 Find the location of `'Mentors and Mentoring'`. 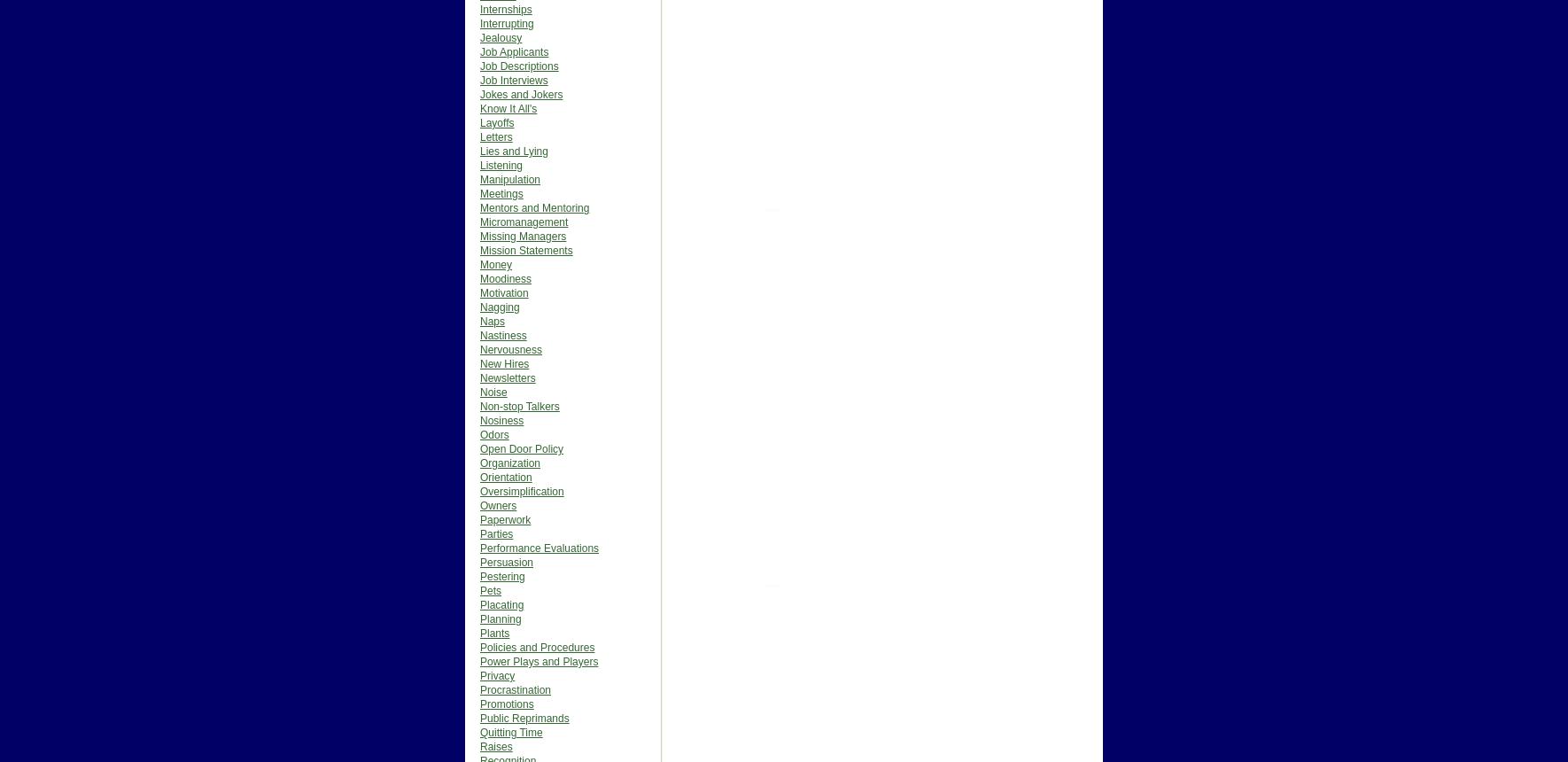

'Mentors and Mentoring' is located at coordinates (533, 208).